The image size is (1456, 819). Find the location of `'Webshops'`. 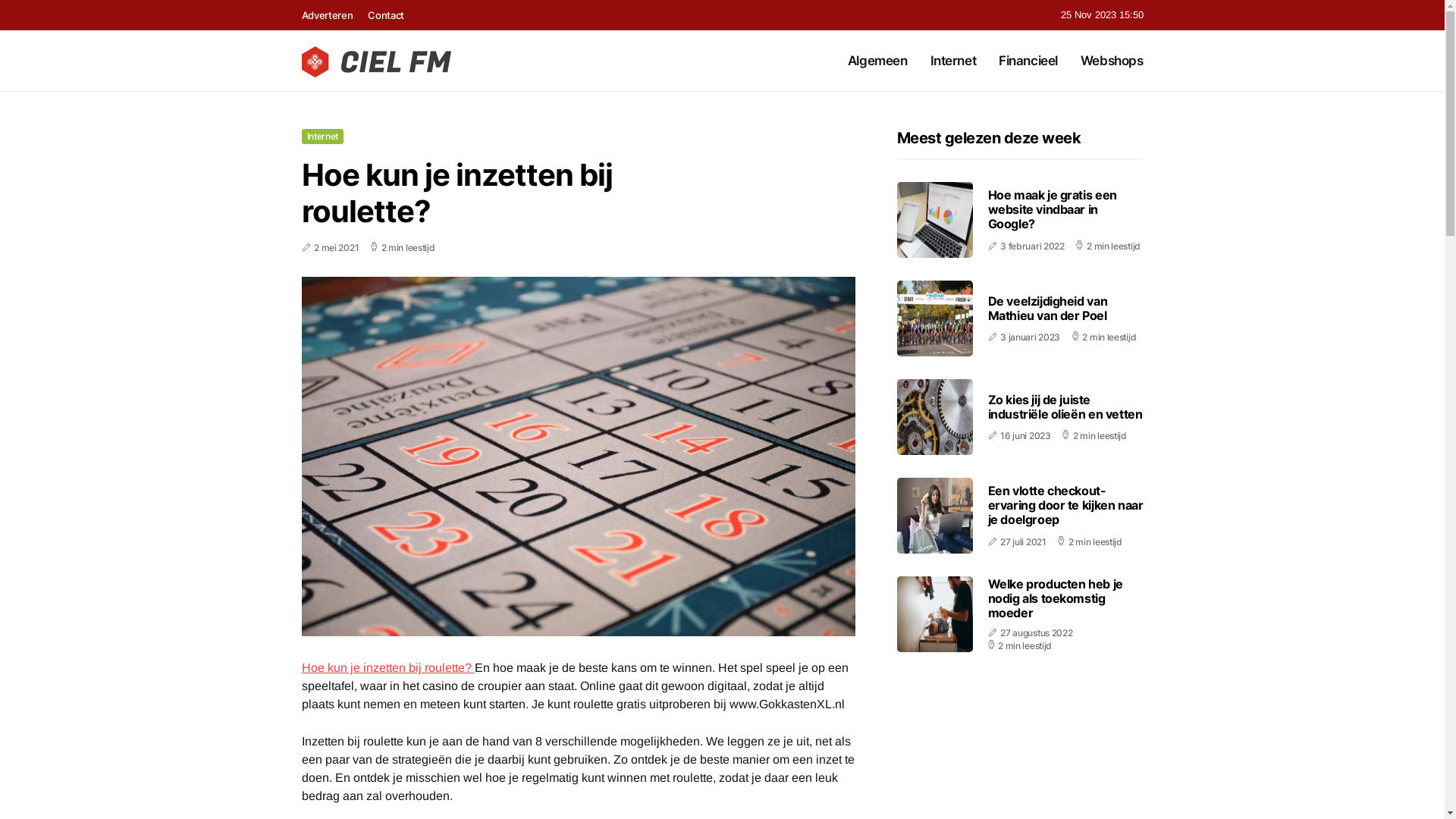

'Webshops' is located at coordinates (1112, 60).